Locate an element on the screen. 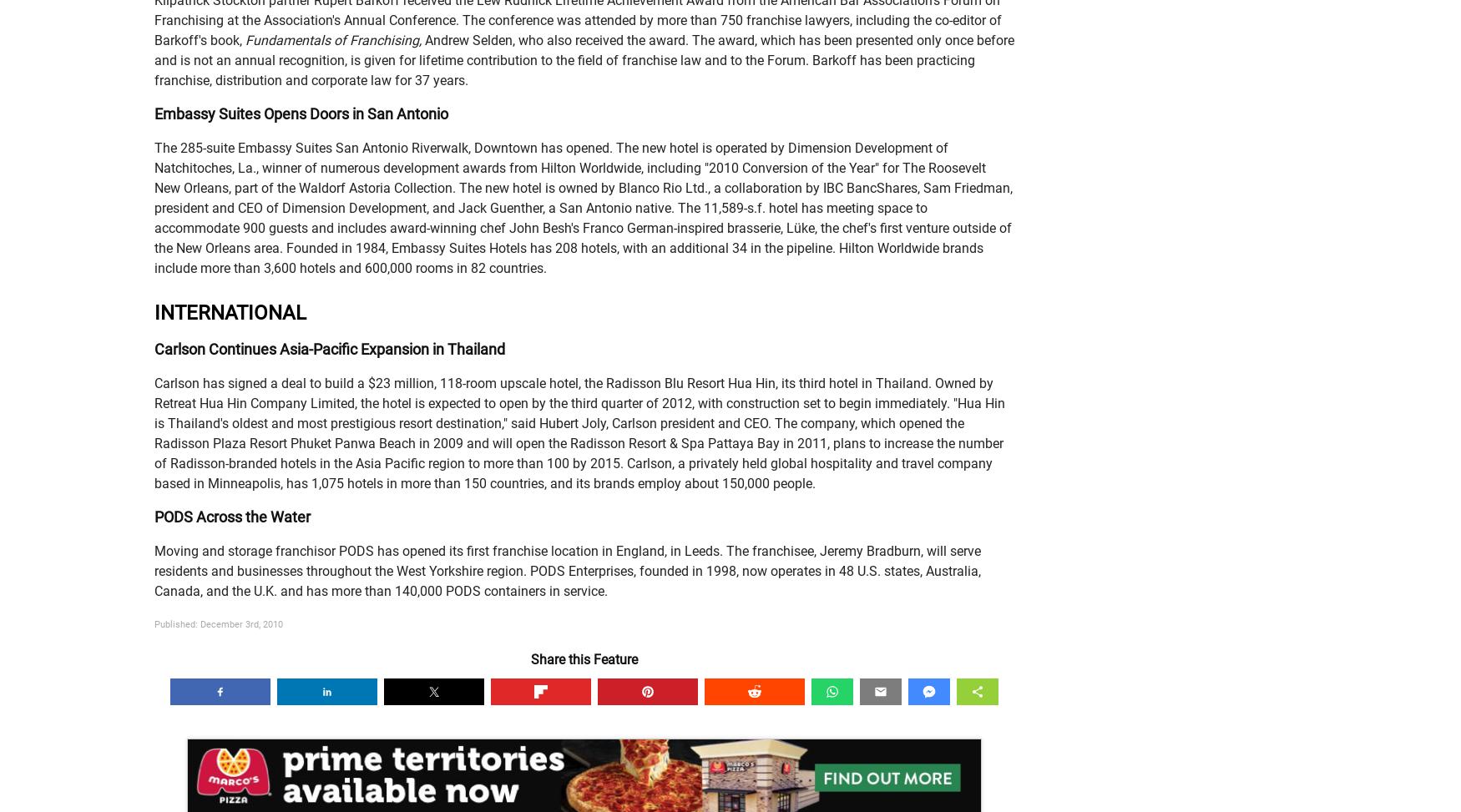 The width and height of the screenshot is (1461, 812). 'Carlson has signed a deal to build a $23 million, 118-room upscale hotel, the Radisson Blu Resort Hua Hin, its third hotel in Thailand. Owned by Retreat Hua Hin Company Limited, the hotel is expected to open by the third quarter of 2012, with construction set to begin immediately. "Hua Hin is Thailand's oldest and most prestigious resort destination," said Hubert Joly, Carlson president and CEO. The company, which opened the Radisson Plaza Resort Phuket Panwa Beach in 2009 and will open the Radisson Resort & Spa Pattaya Bay in 2011, plans to increase the number of Radisson-branded hotels in the Asia Pacific region to more than 100 by 2015. Carlson, a privately held global hospitality and travel company based in Minneapolis, has 1,075 hotels in more than 150 countries, and its brands employ about 150,000 people.' is located at coordinates (579, 432).